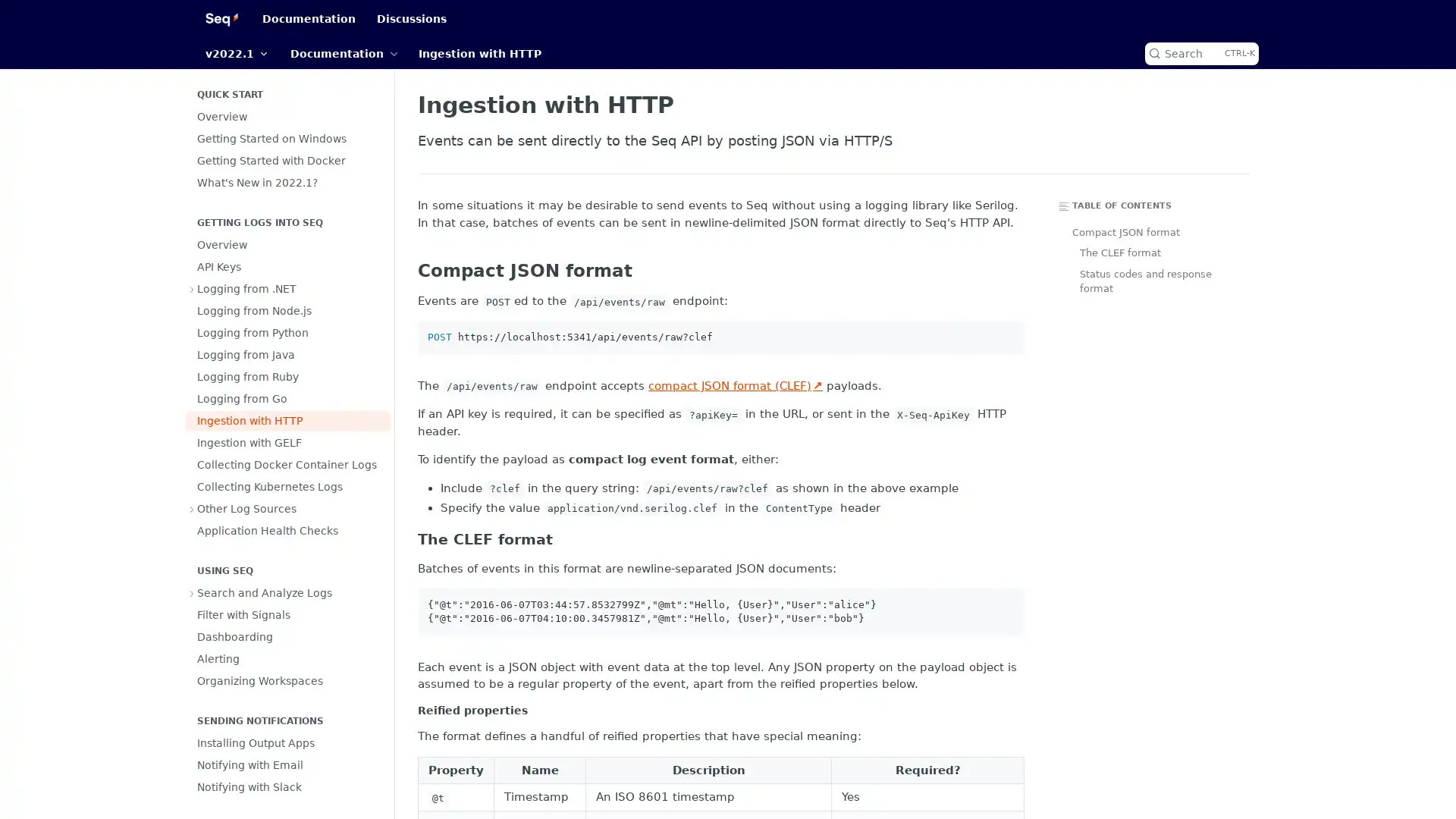 This screenshot has width=1456, height=819. I want to click on Show subpages for Logging from .NET, so click(192, 289).